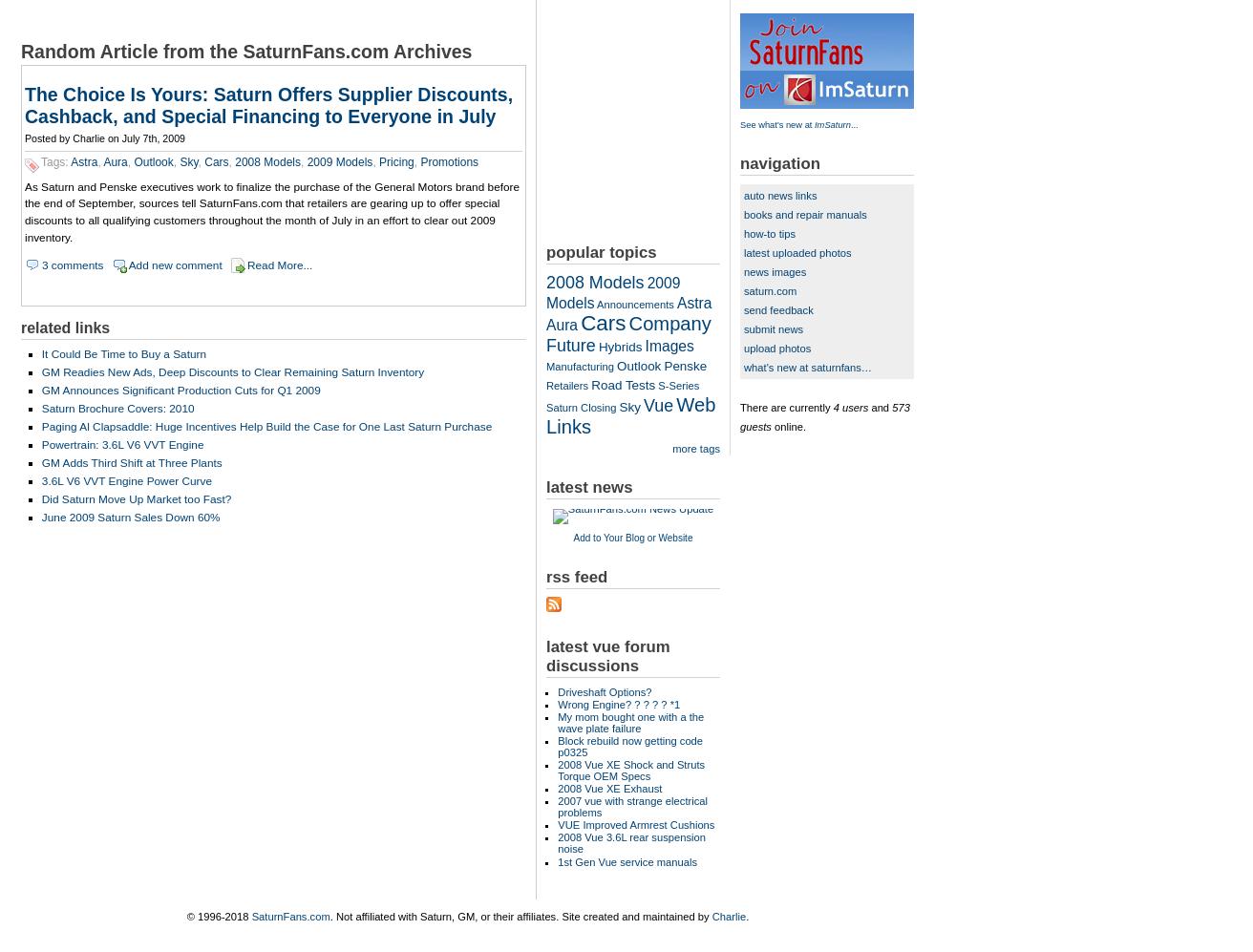 Image resolution: width=1253 pixels, height=952 pixels. What do you see at coordinates (630, 413) in the screenshot?
I see `'Web Links'` at bounding box center [630, 413].